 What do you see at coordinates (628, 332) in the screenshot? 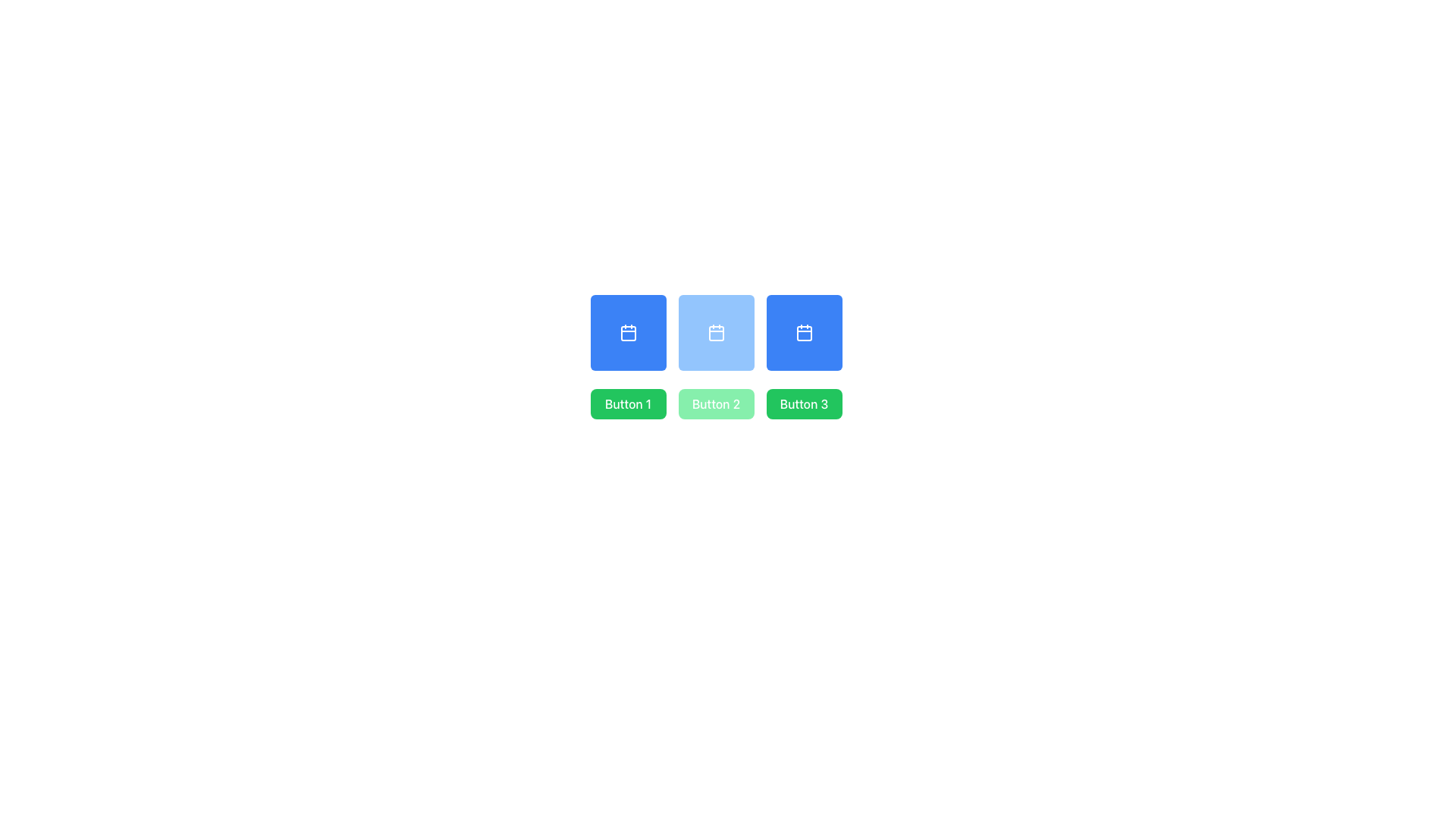
I see `properties of the central rectangular decorative SVG element within the calendar icon located in the leftmost card at the top of the interface` at bounding box center [628, 332].